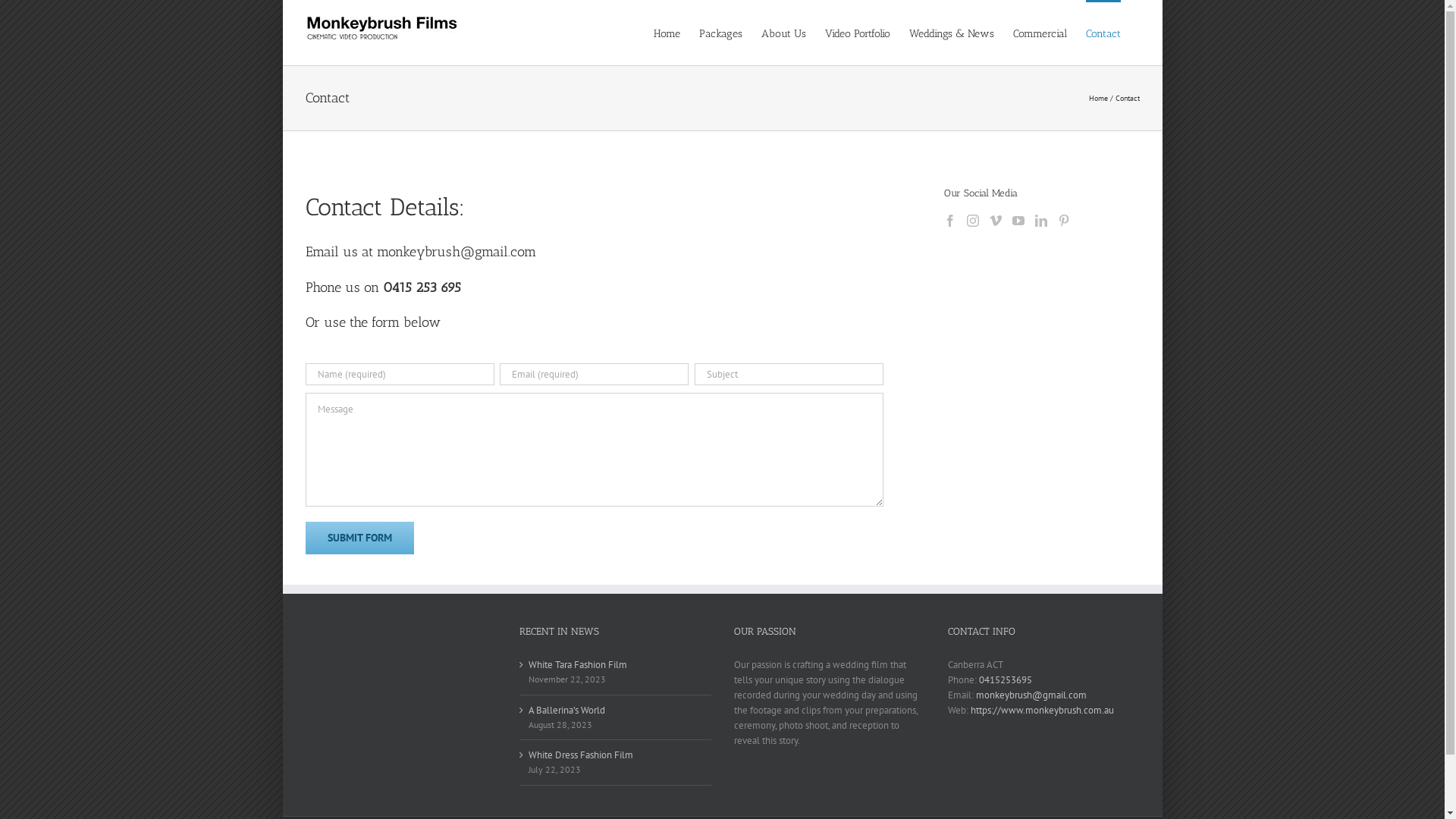 This screenshot has width=1456, height=819. I want to click on 'Instagram', so click(972, 220).